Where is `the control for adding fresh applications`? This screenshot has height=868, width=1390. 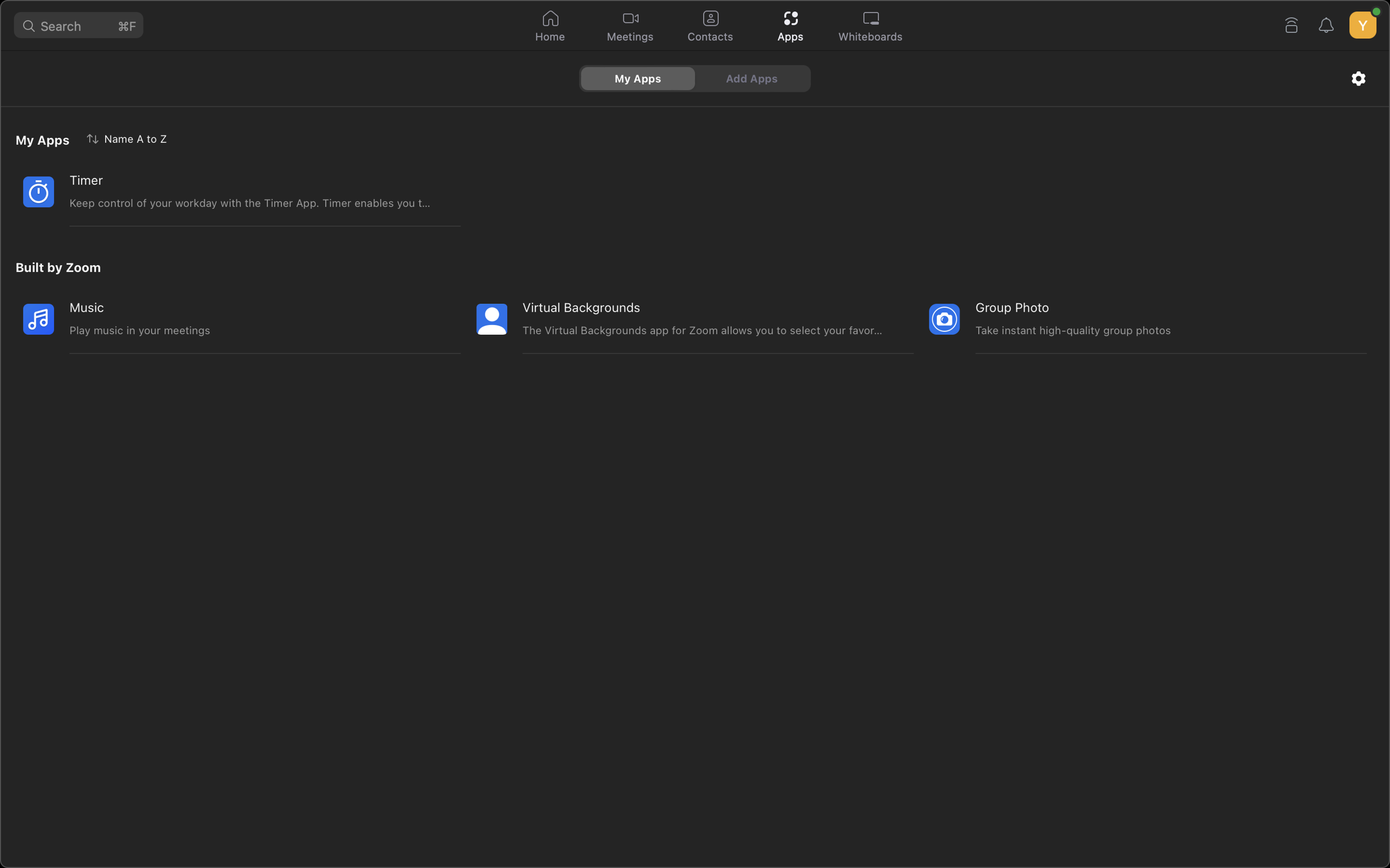 the control for adding fresh applications is located at coordinates (753, 77).